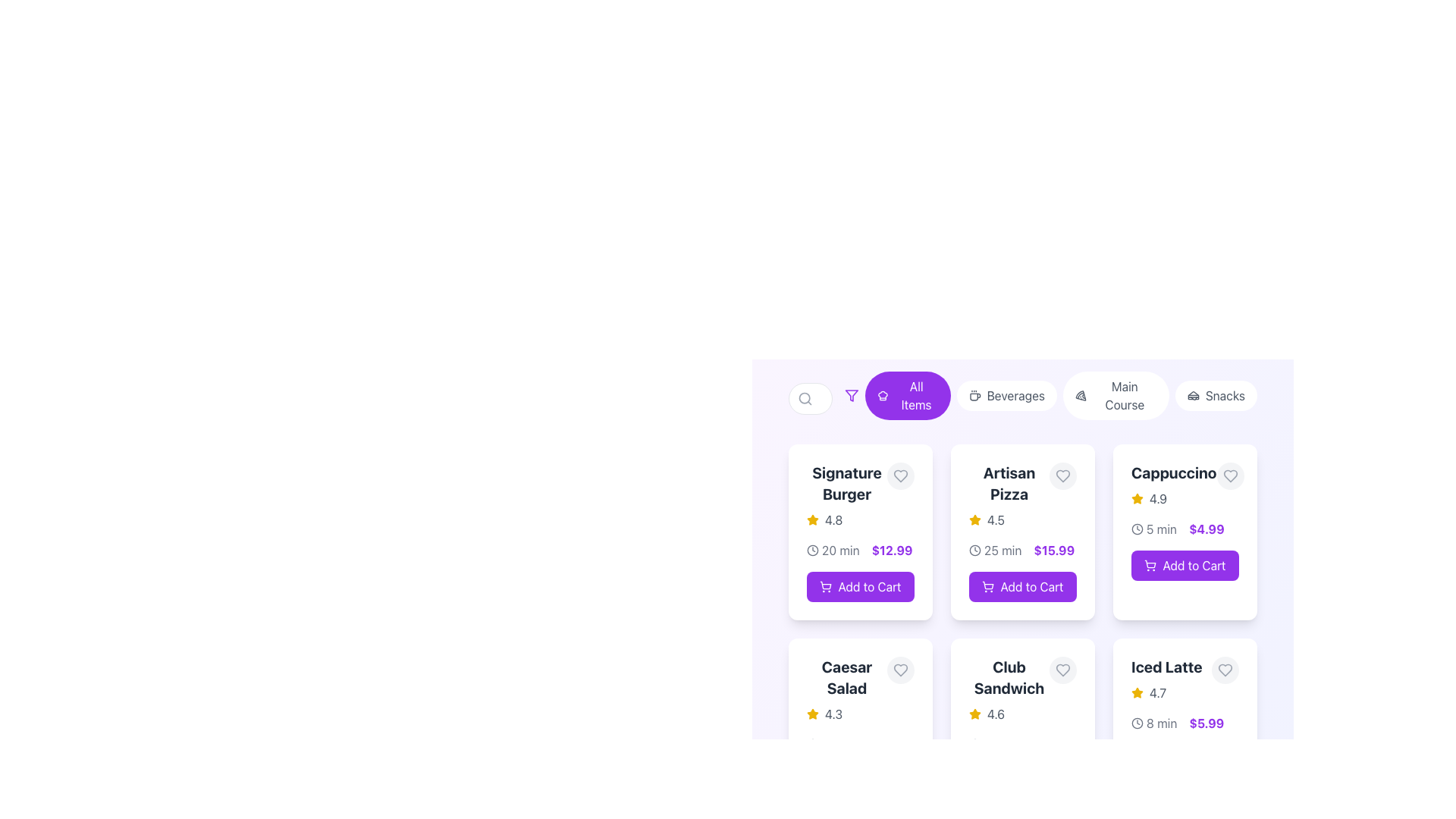 This screenshot has width=1456, height=819. I want to click on the preparation time indicator icon for the 'Signature Burger', located at the top-left corner of the card, near the text '20 min', so click(811, 550).